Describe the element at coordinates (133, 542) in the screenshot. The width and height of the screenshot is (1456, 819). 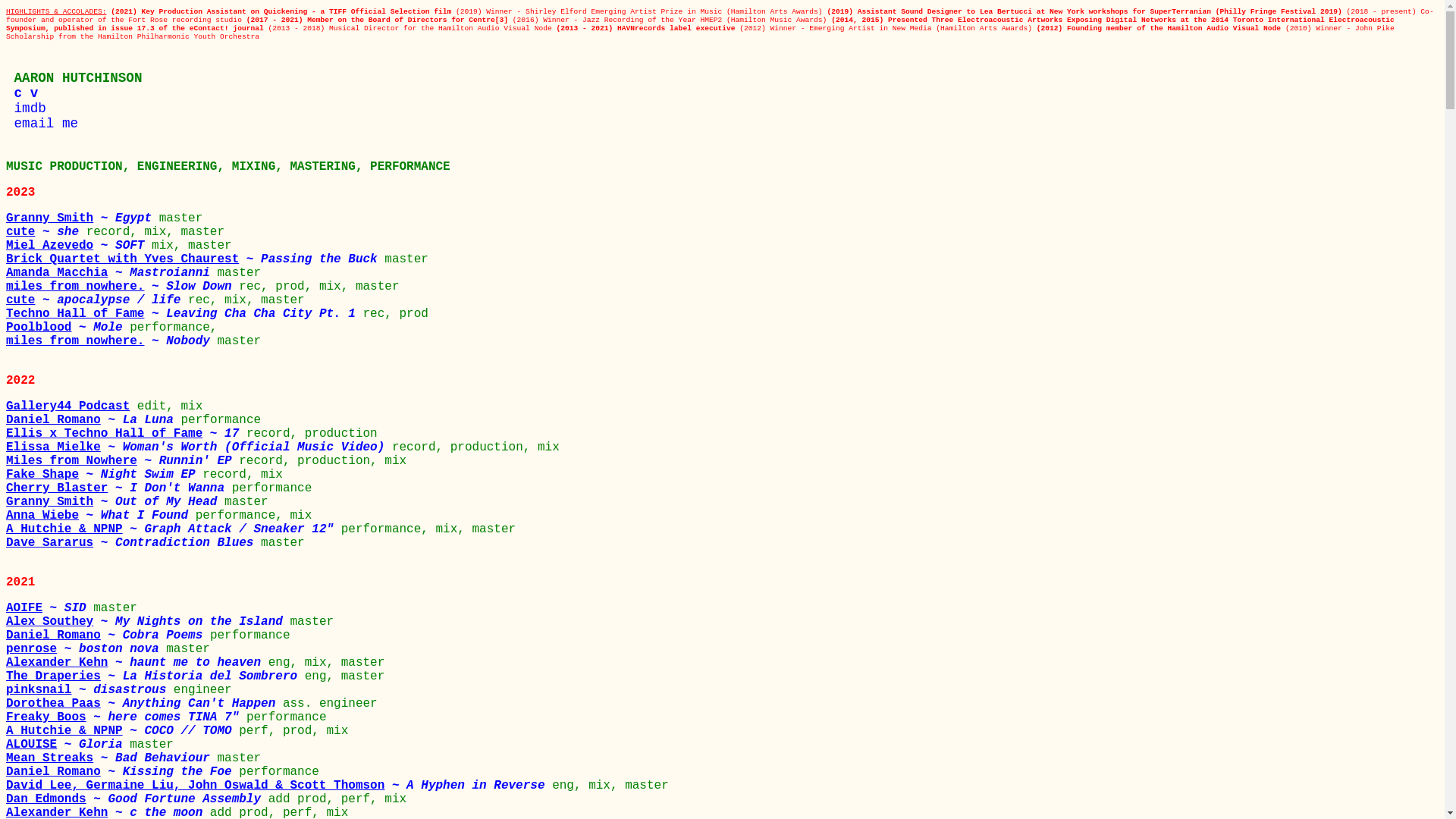
I see `'Dave Sararus ~ Contradiction Blues'` at that location.